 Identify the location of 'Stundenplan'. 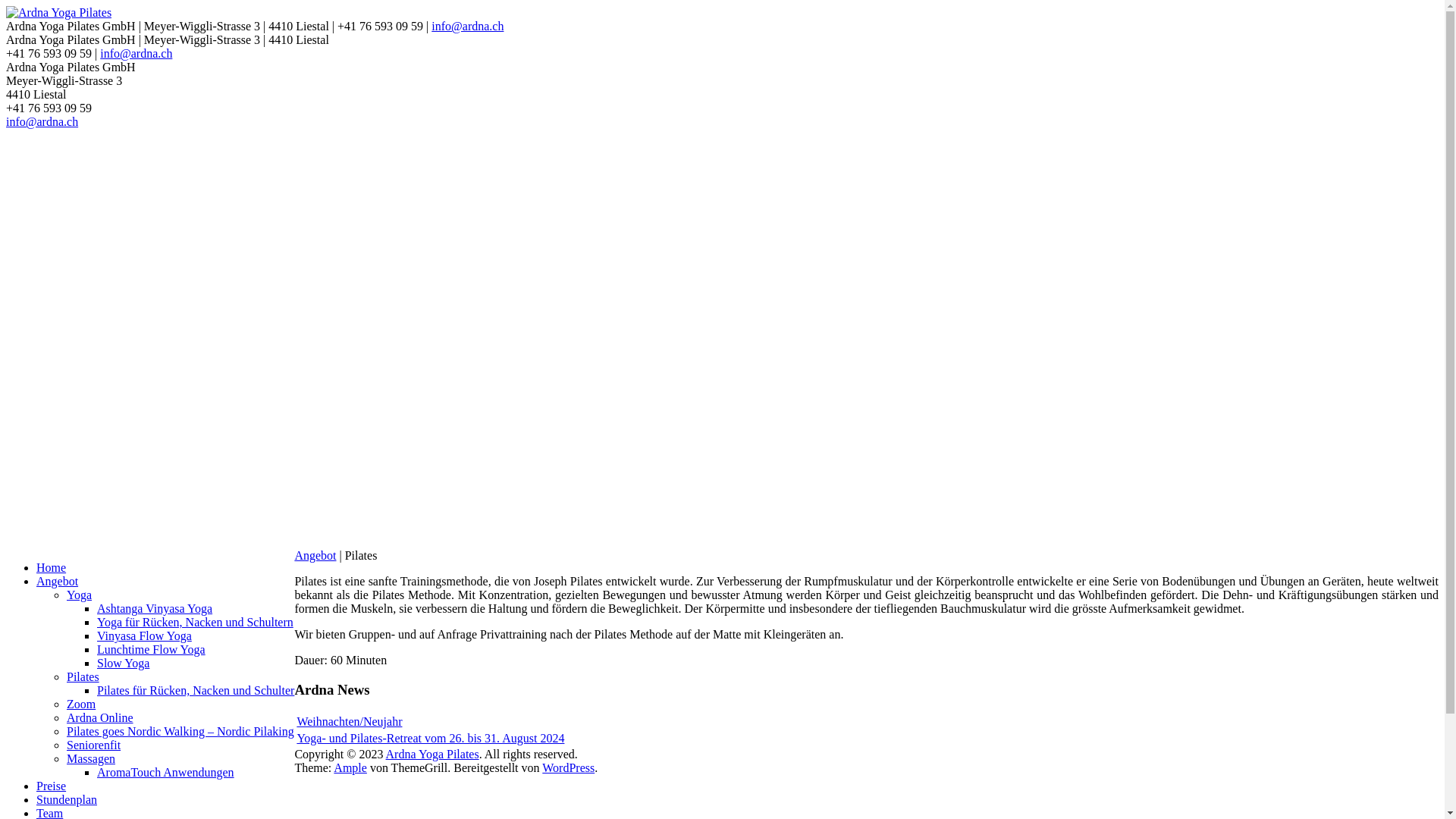
(36, 799).